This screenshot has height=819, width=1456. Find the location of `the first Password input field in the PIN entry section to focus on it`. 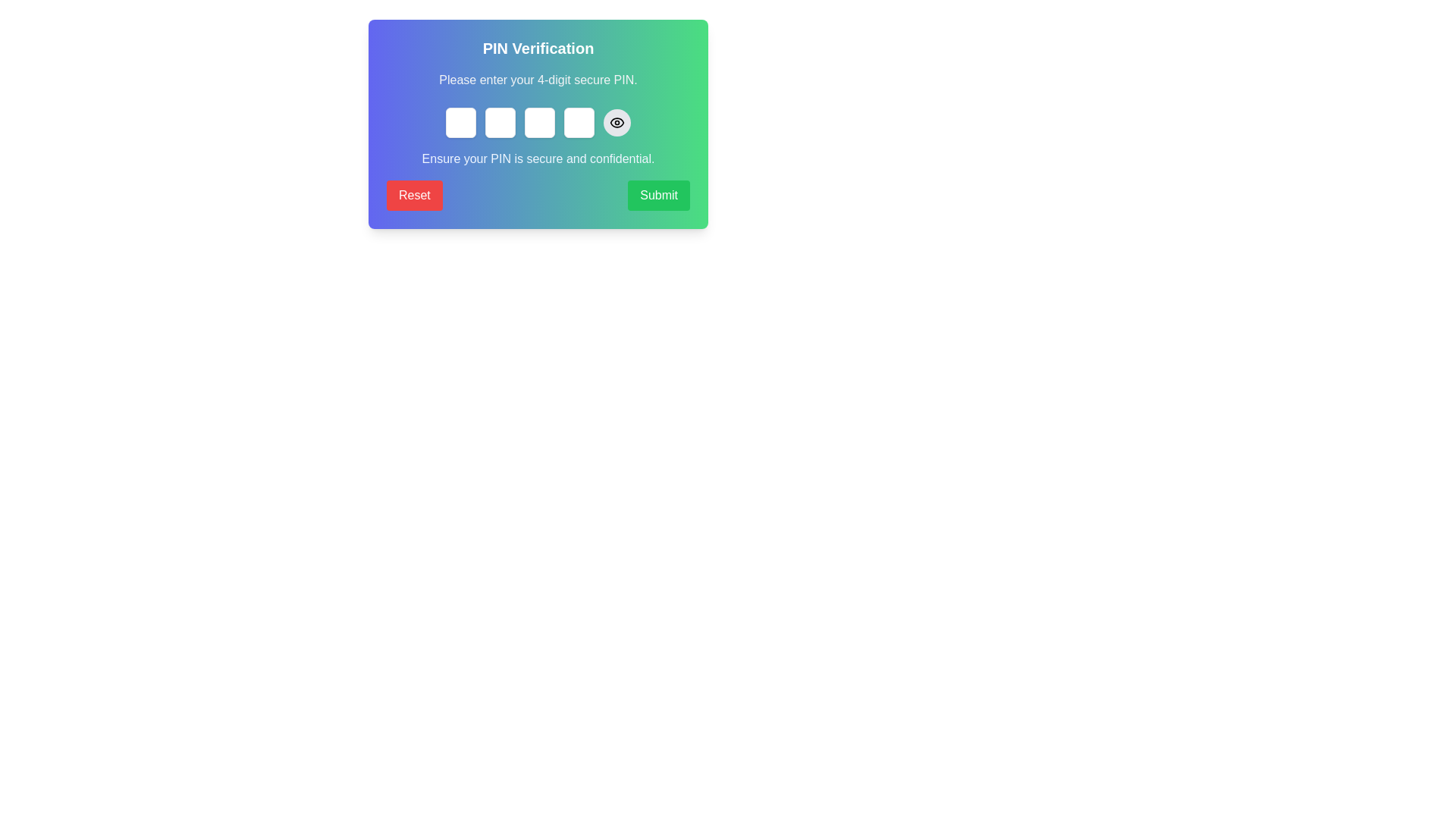

the first Password input field in the PIN entry section to focus on it is located at coordinates (460, 122).